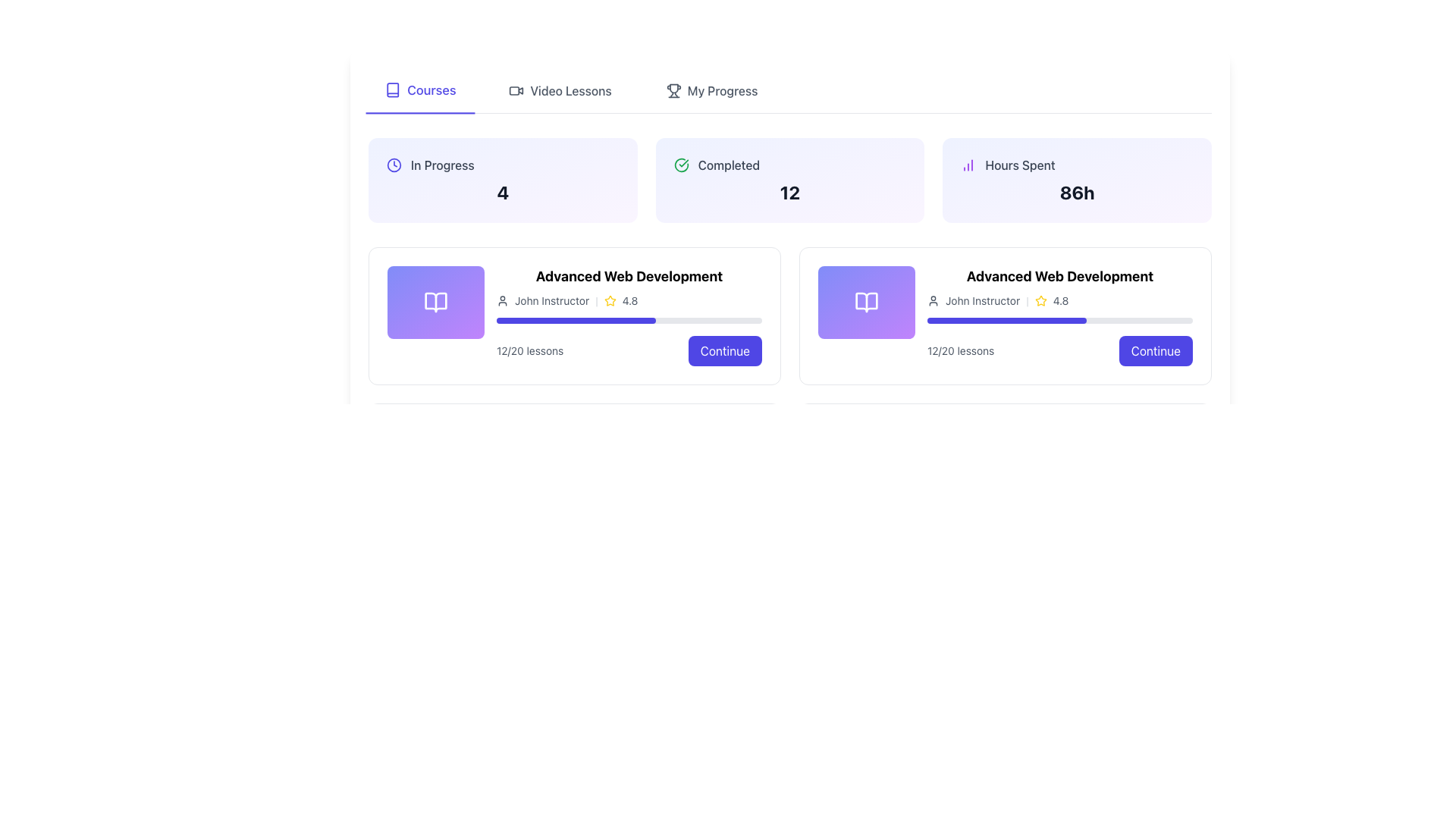 The image size is (1456, 819). What do you see at coordinates (503, 180) in the screenshot?
I see `the Summary Box displaying '4 In Progress' tasks, located at the top left corner of the grid of summary boxes in the statistic dashboard` at bounding box center [503, 180].